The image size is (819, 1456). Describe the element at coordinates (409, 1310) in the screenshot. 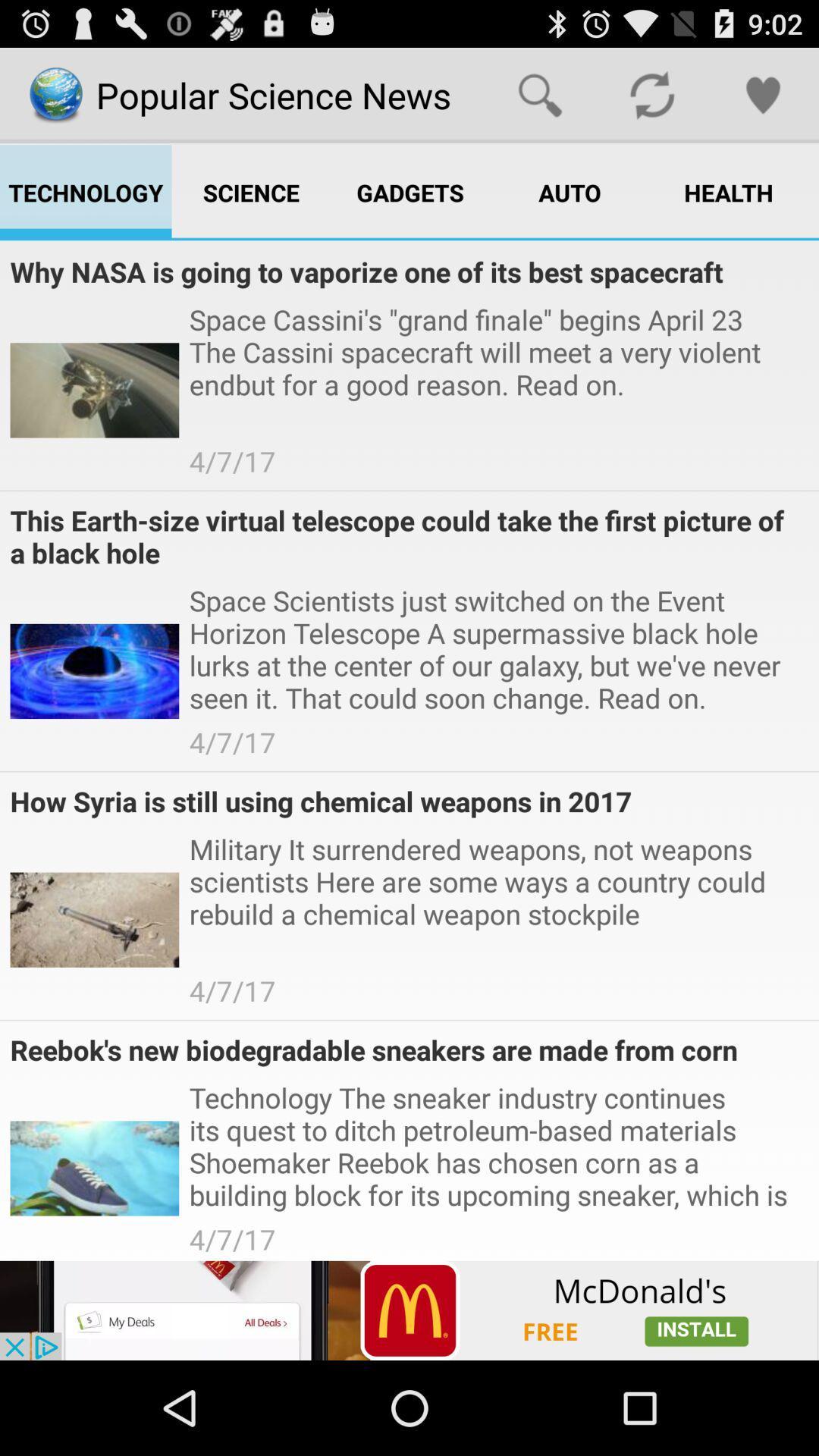

I see `the picture` at that location.